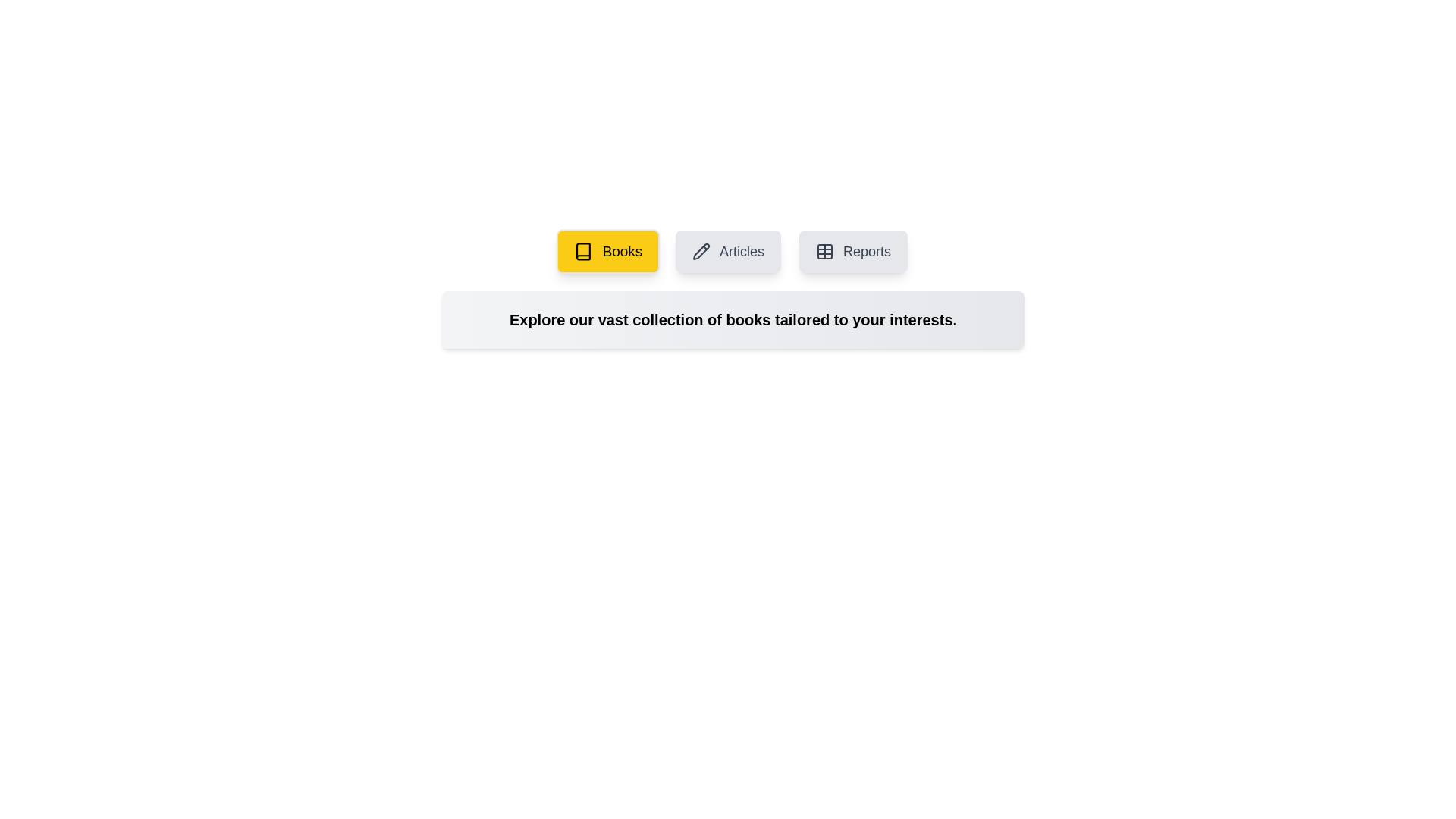 This screenshot has width=1456, height=819. I want to click on the static text box with rounded corners and a light gray gradient background that contains the text 'Explore our vast collection of books tailored to your interests.', so click(733, 318).